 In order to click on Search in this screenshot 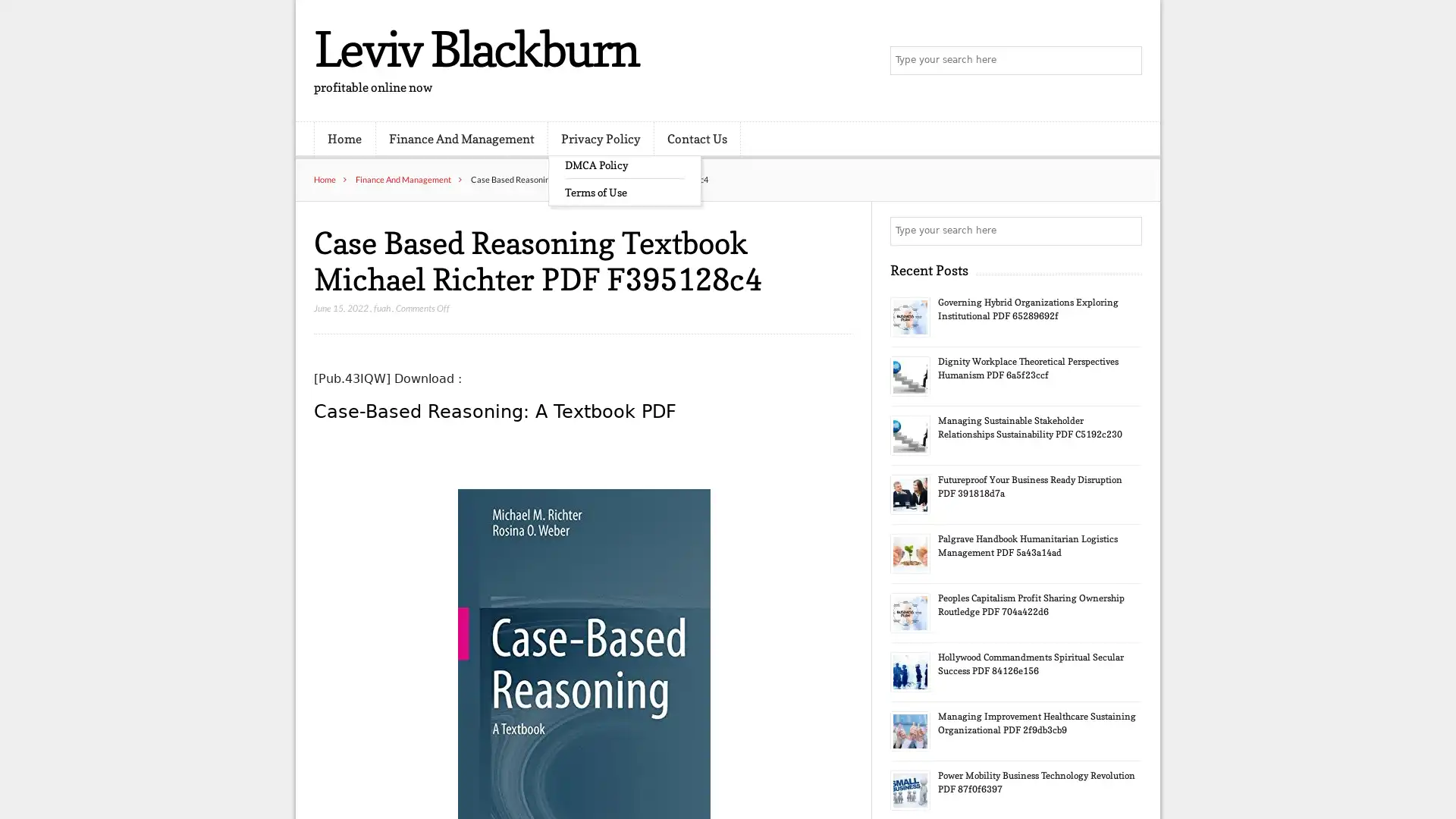, I will do `click(1126, 231)`.